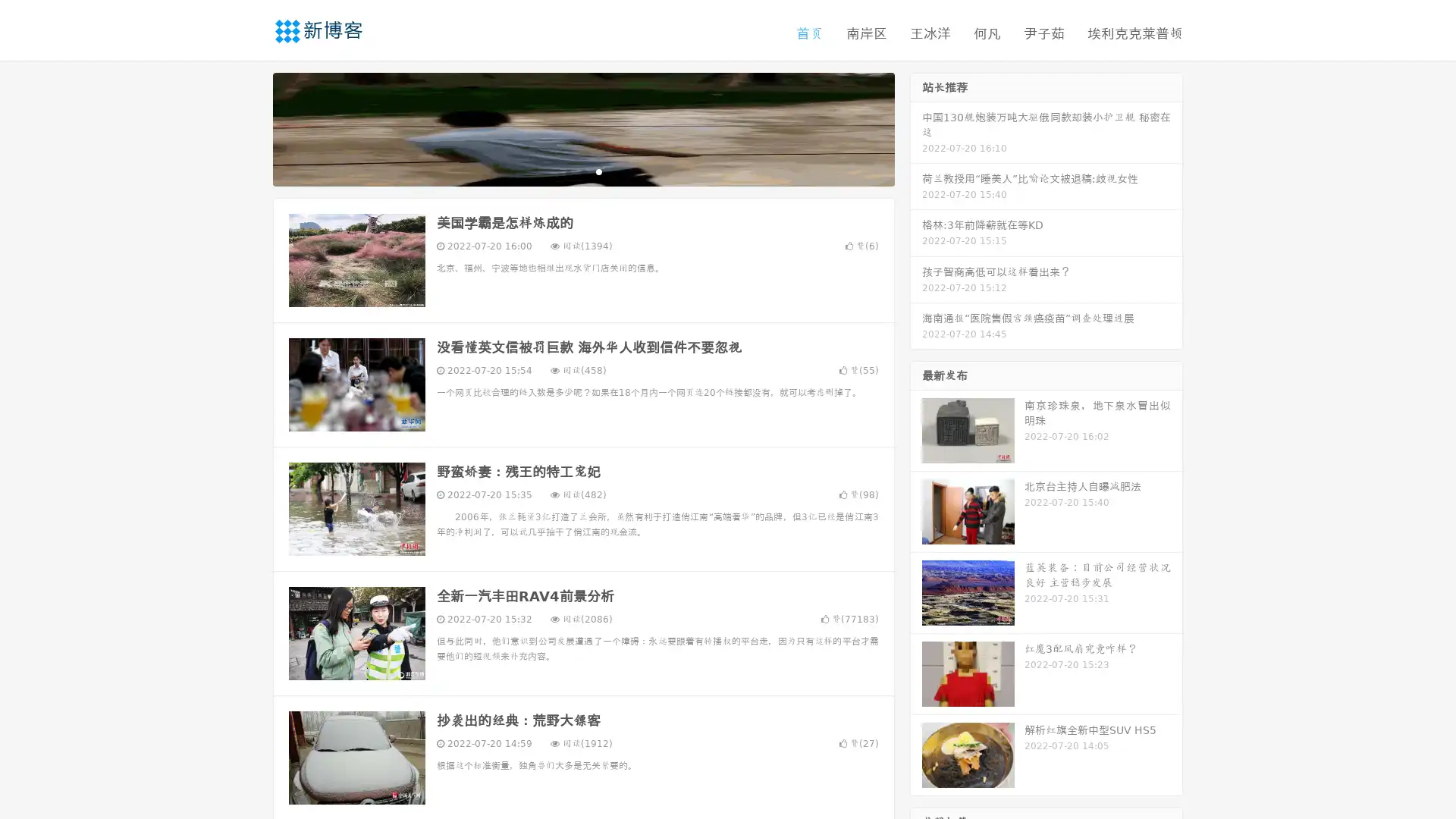 The image size is (1456, 819). What do you see at coordinates (582, 171) in the screenshot?
I see `Go to slide 2` at bounding box center [582, 171].